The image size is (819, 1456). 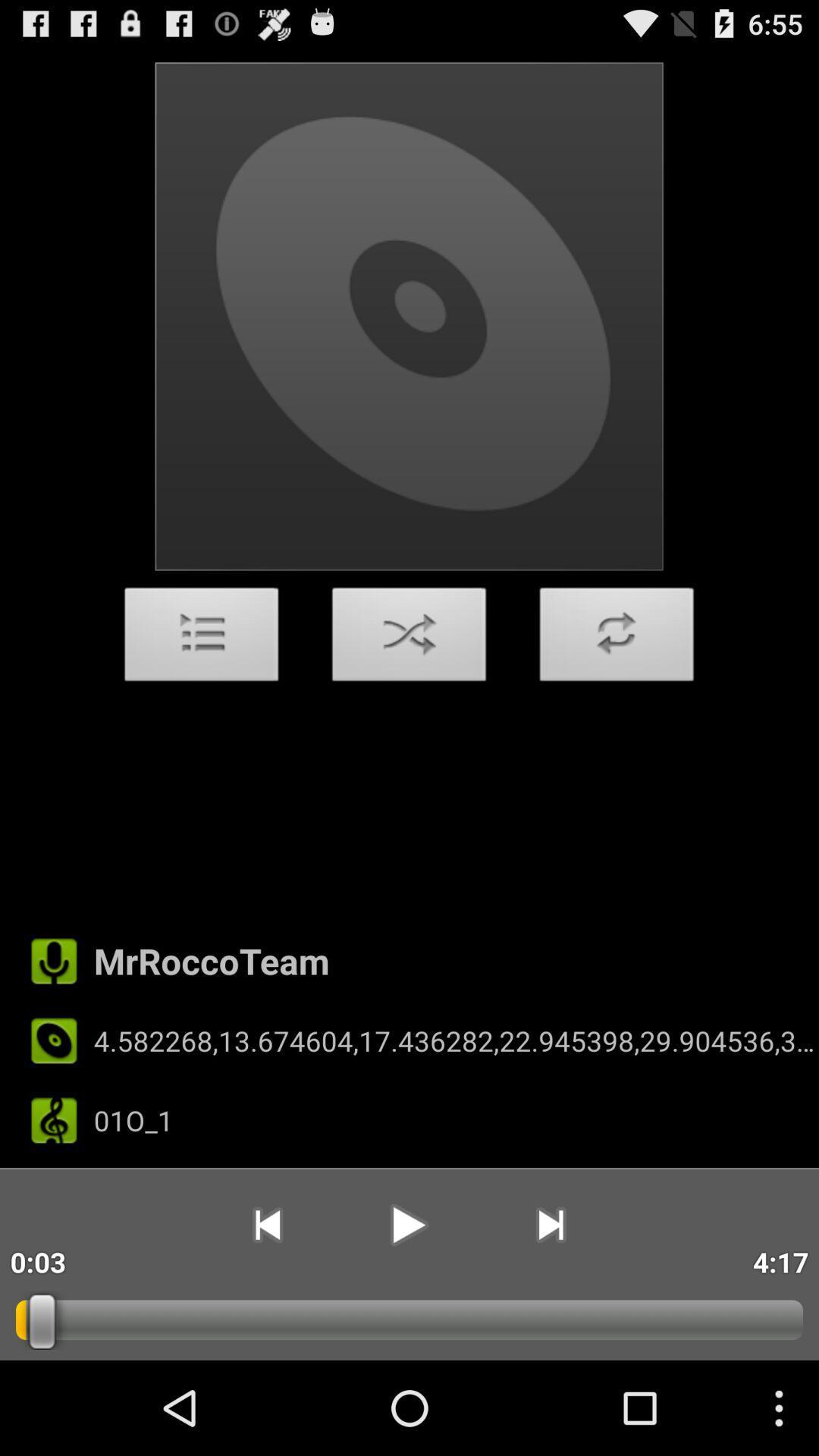 What do you see at coordinates (408, 1310) in the screenshot?
I see `the play icon` at bounding box center [408, 1310].